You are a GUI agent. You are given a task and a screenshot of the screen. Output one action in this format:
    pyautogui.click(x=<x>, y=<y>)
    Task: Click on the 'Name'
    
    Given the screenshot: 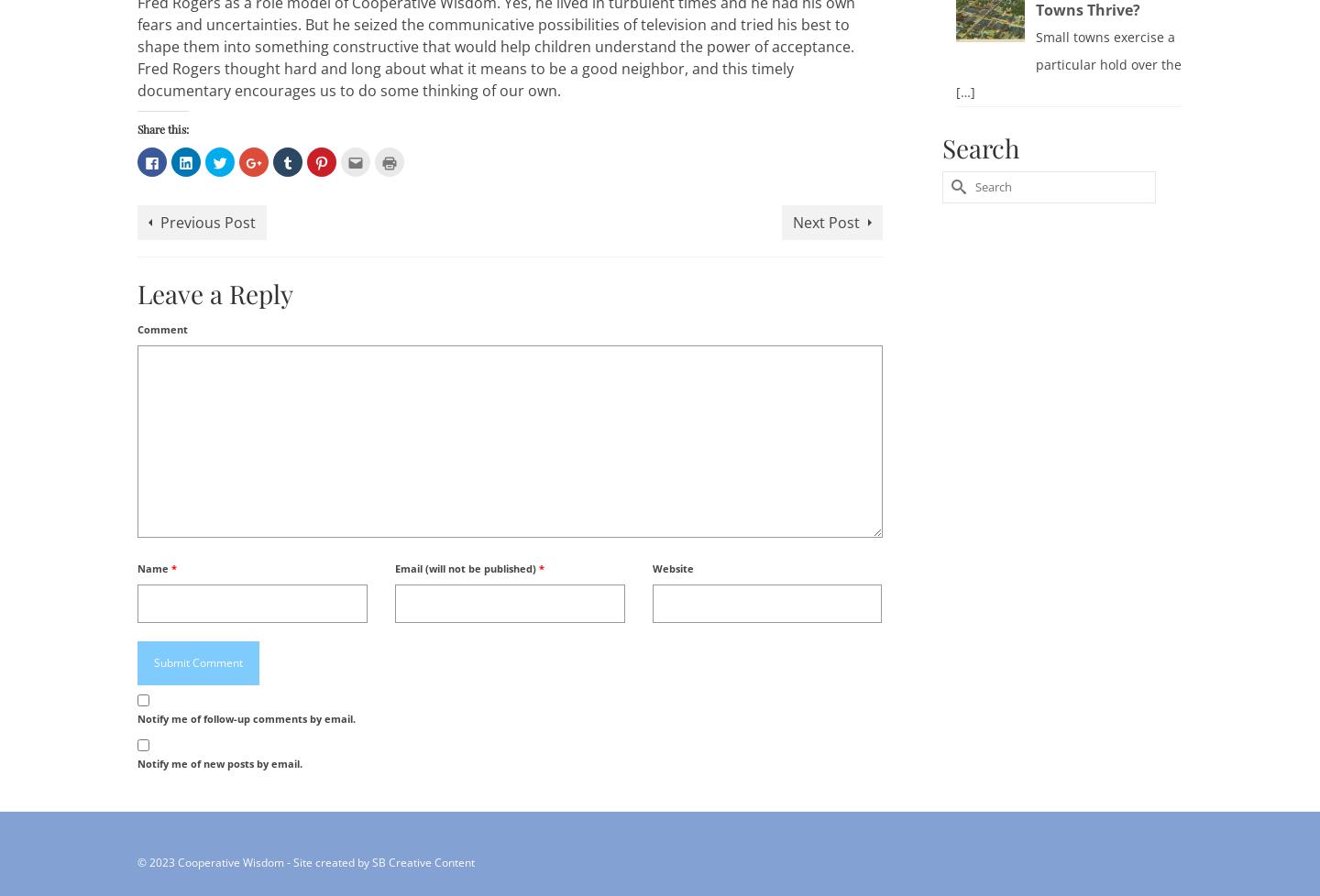 What is the action you would take?
    pyautogui.click(x=153, y=567)
    